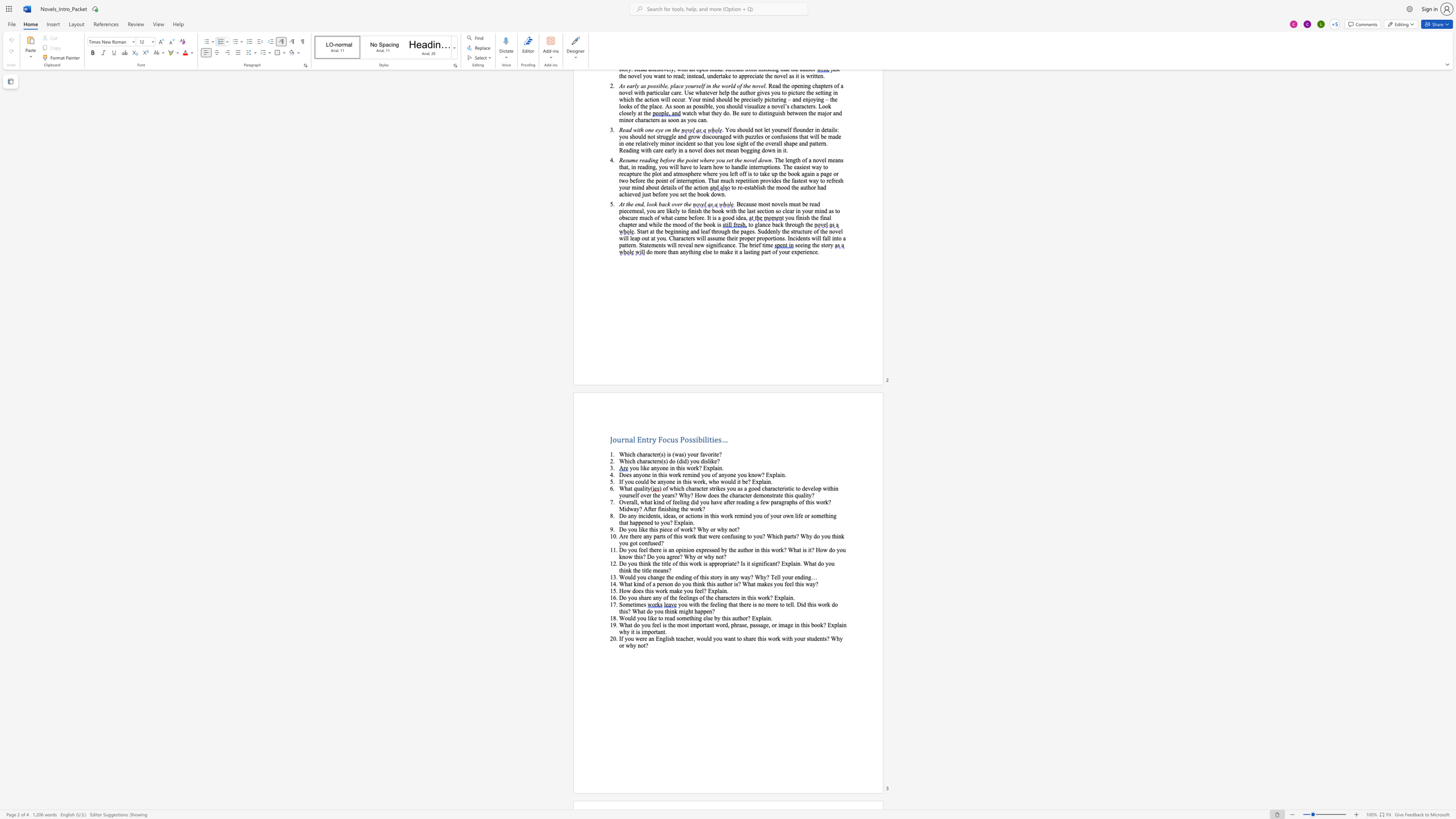 This screenshot has height=819, width=1456. What do you see at coordinates (767, 577) in the screenshot?
I see `the 2th character "?" in the text` at bounding box center [767, 577].